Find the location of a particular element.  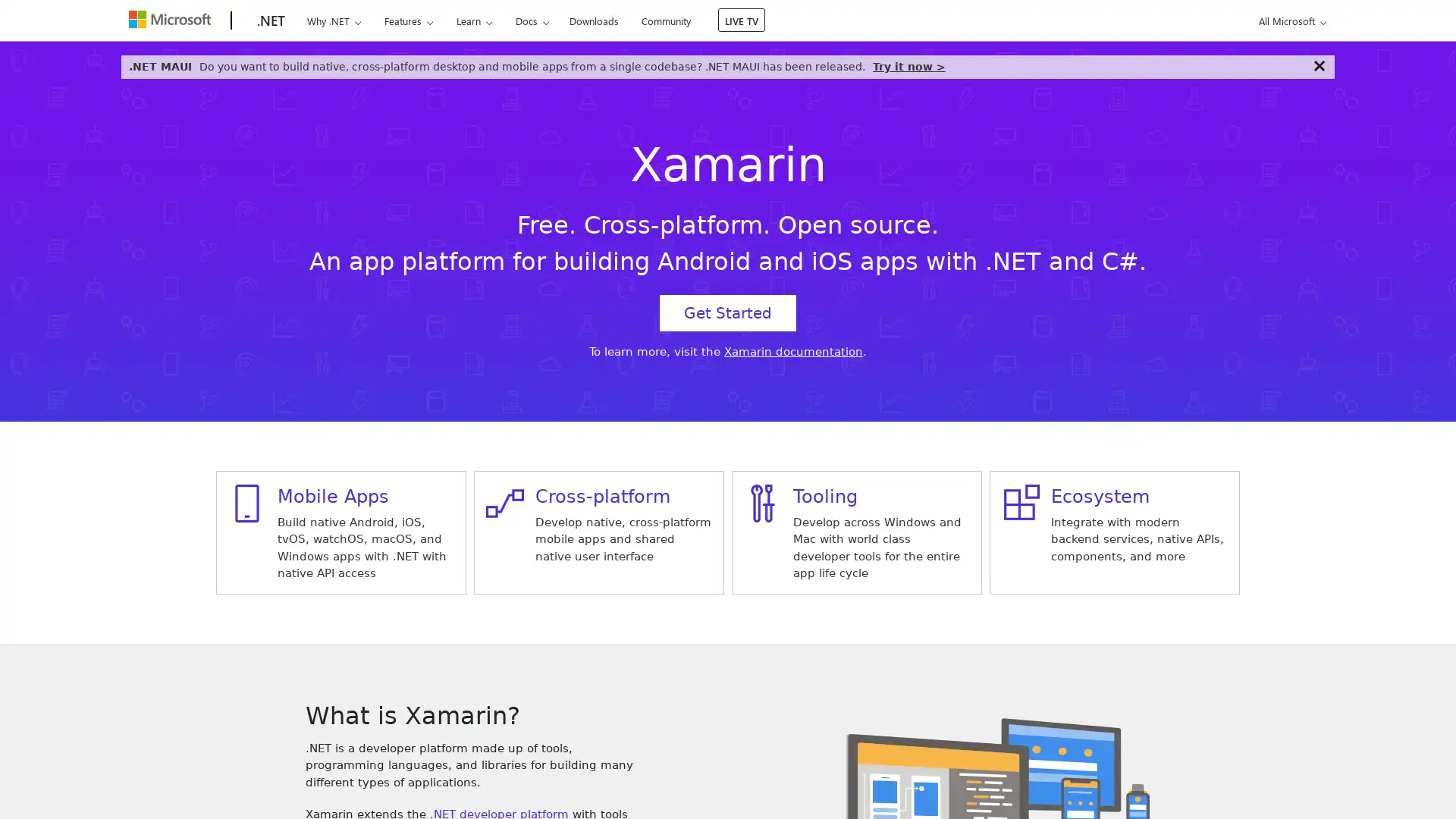

Why .NET is located at coordinates (333, 20).